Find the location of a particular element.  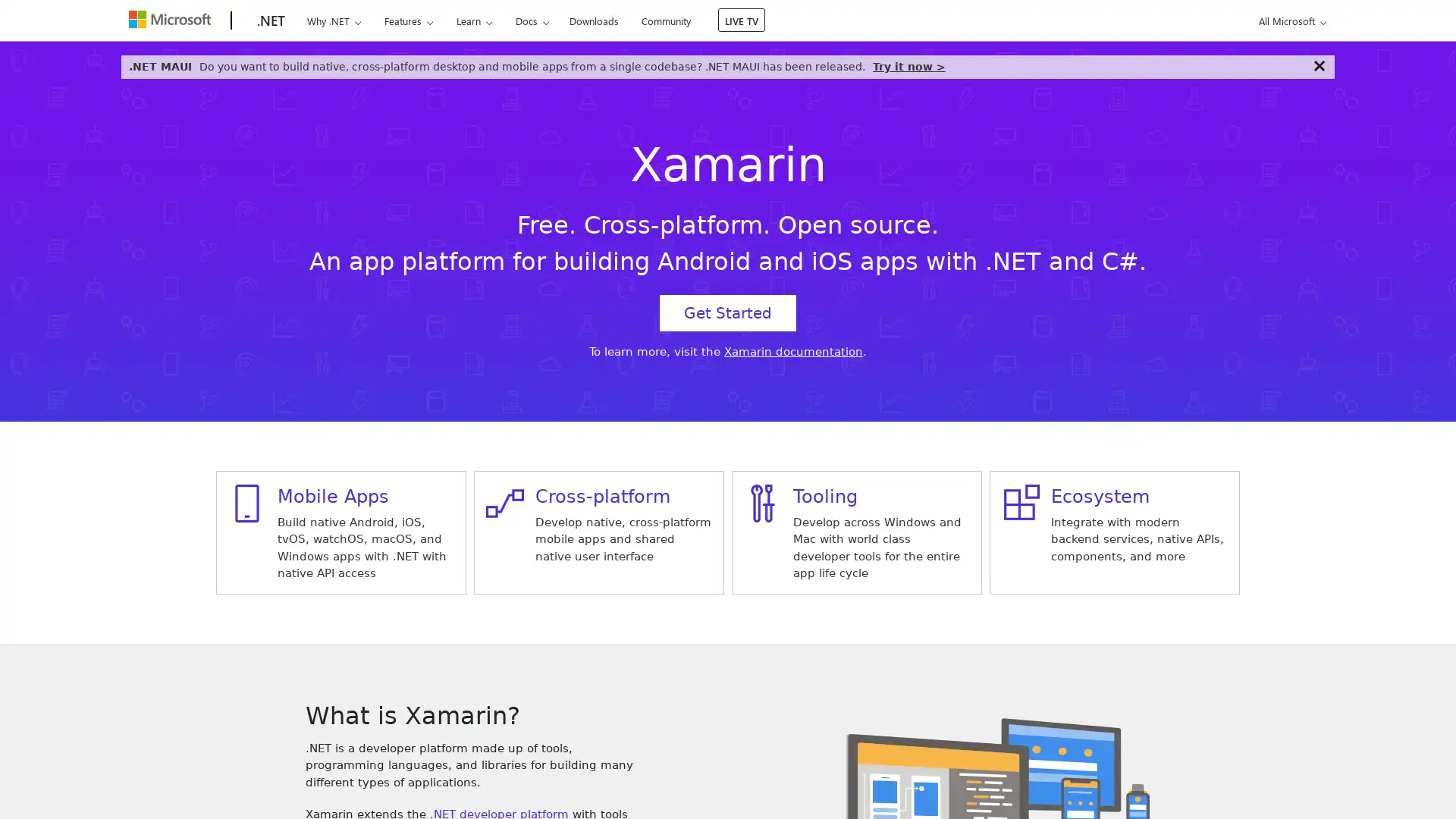

Why .NET is located at coordinates (333, 20).